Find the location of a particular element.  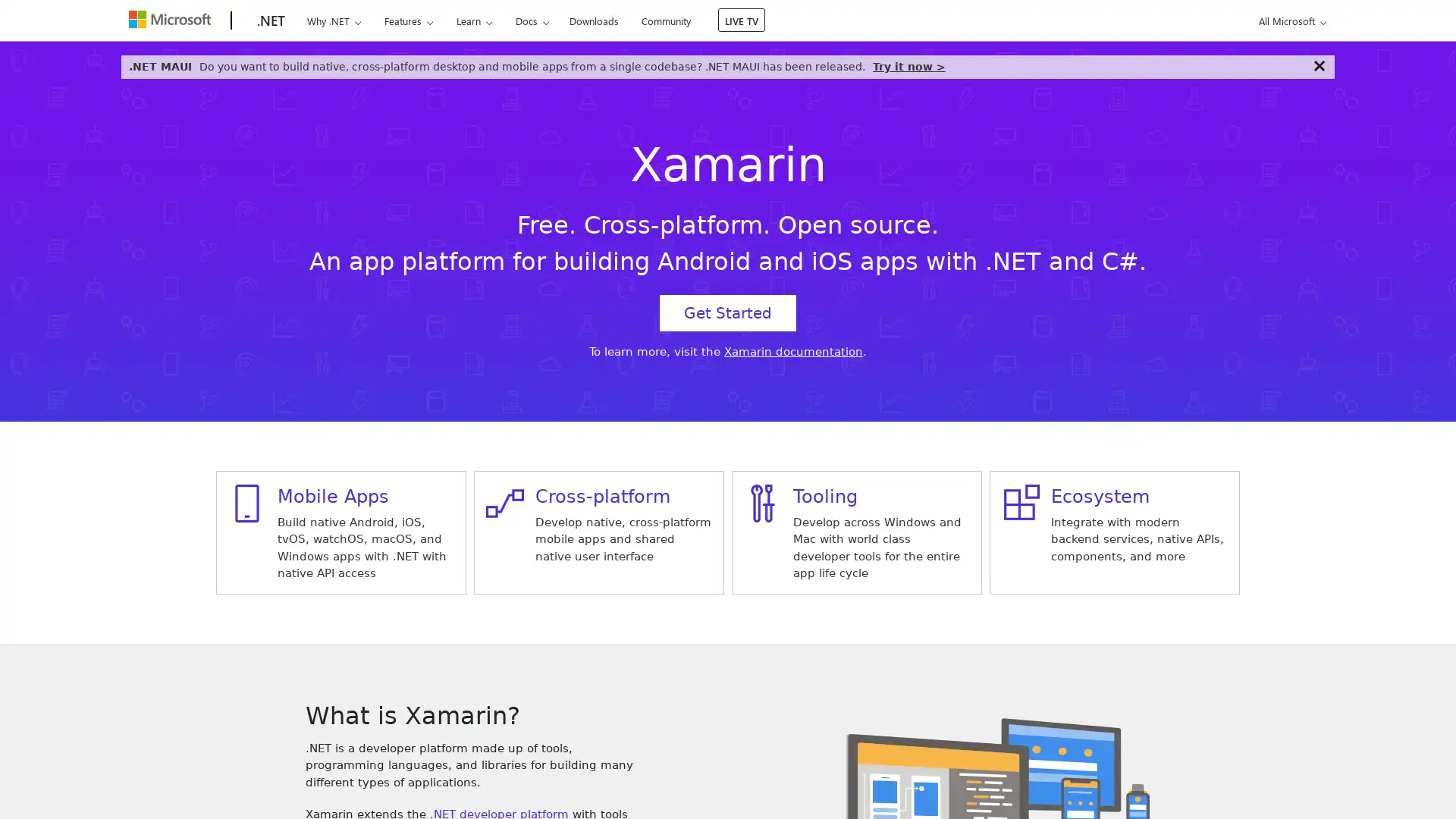

Why .NET is located at coordinates (333, 20).